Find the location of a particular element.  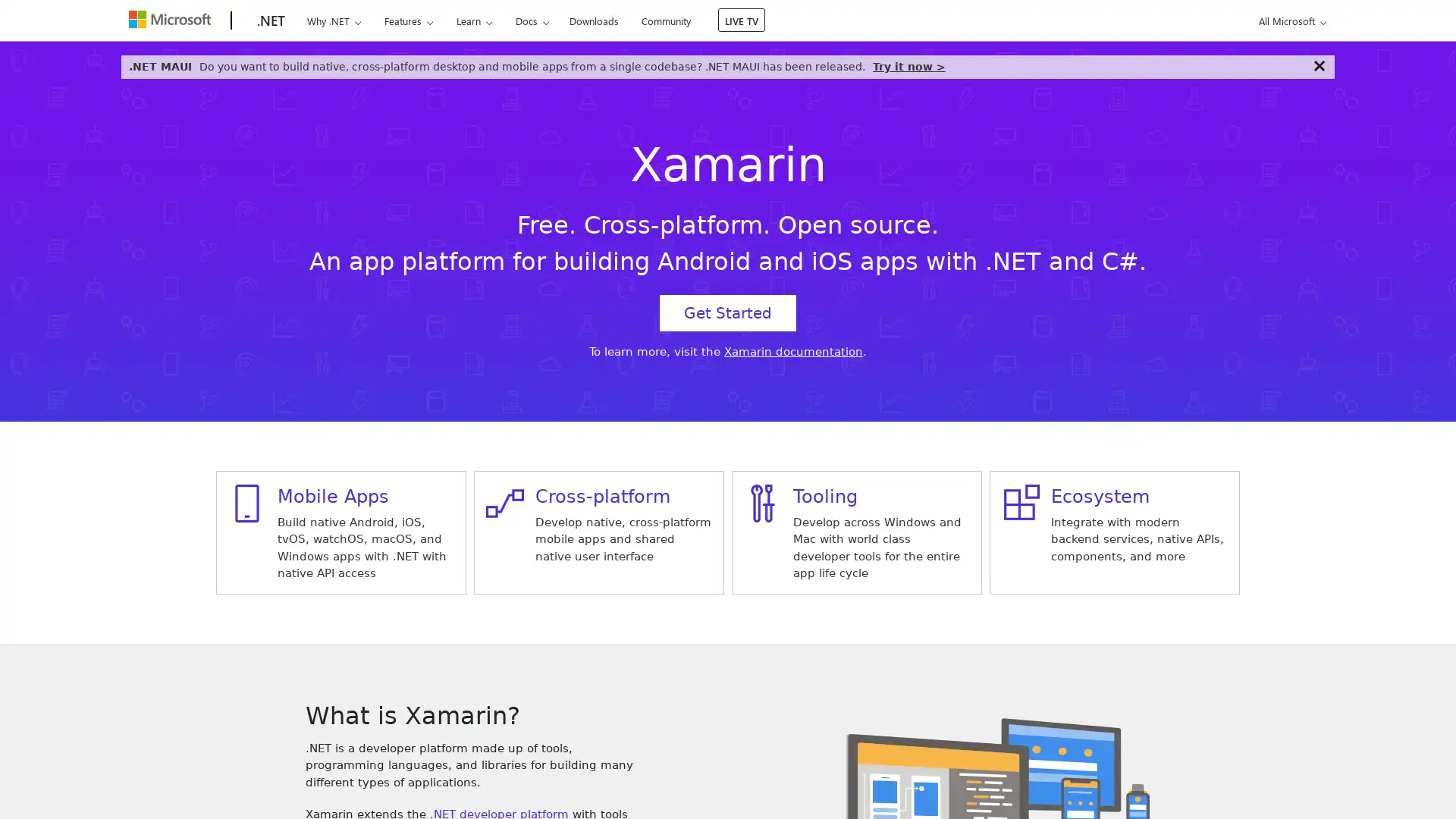

Why .NET is located at coordinates (333, 20).